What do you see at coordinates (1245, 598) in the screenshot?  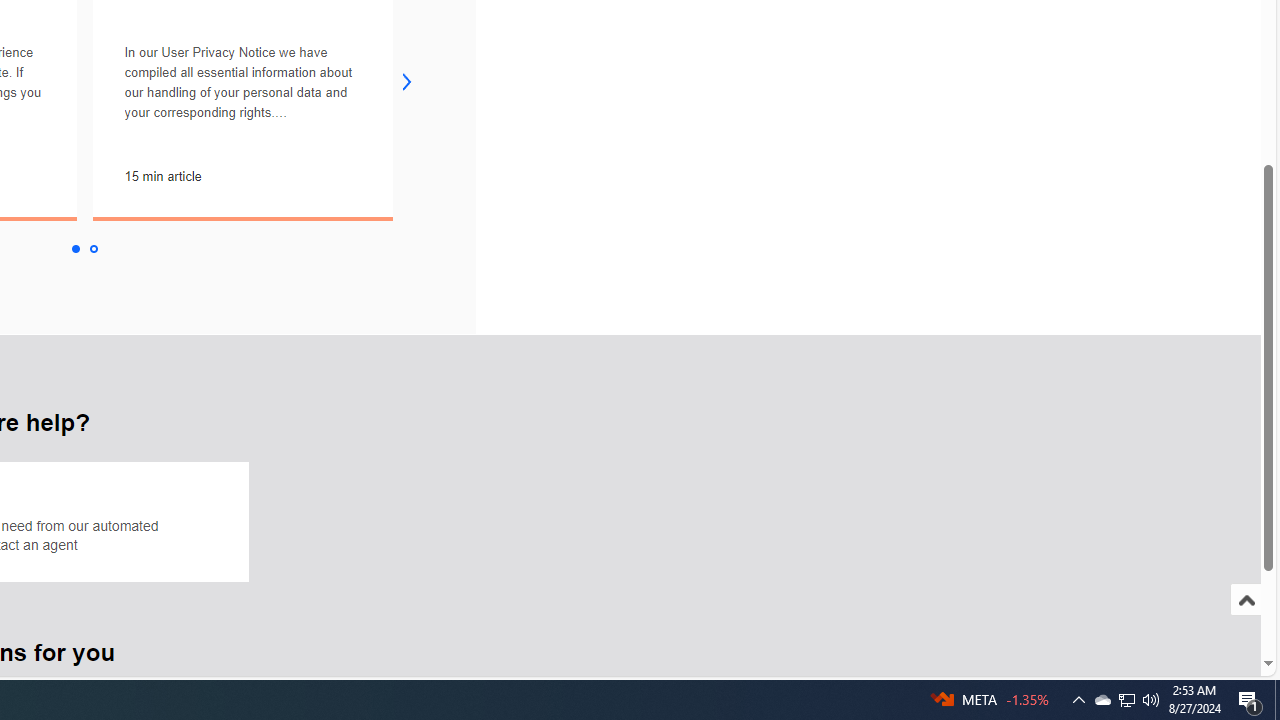 I see `'Scroll to top'` at bounding box center [1245, 598].